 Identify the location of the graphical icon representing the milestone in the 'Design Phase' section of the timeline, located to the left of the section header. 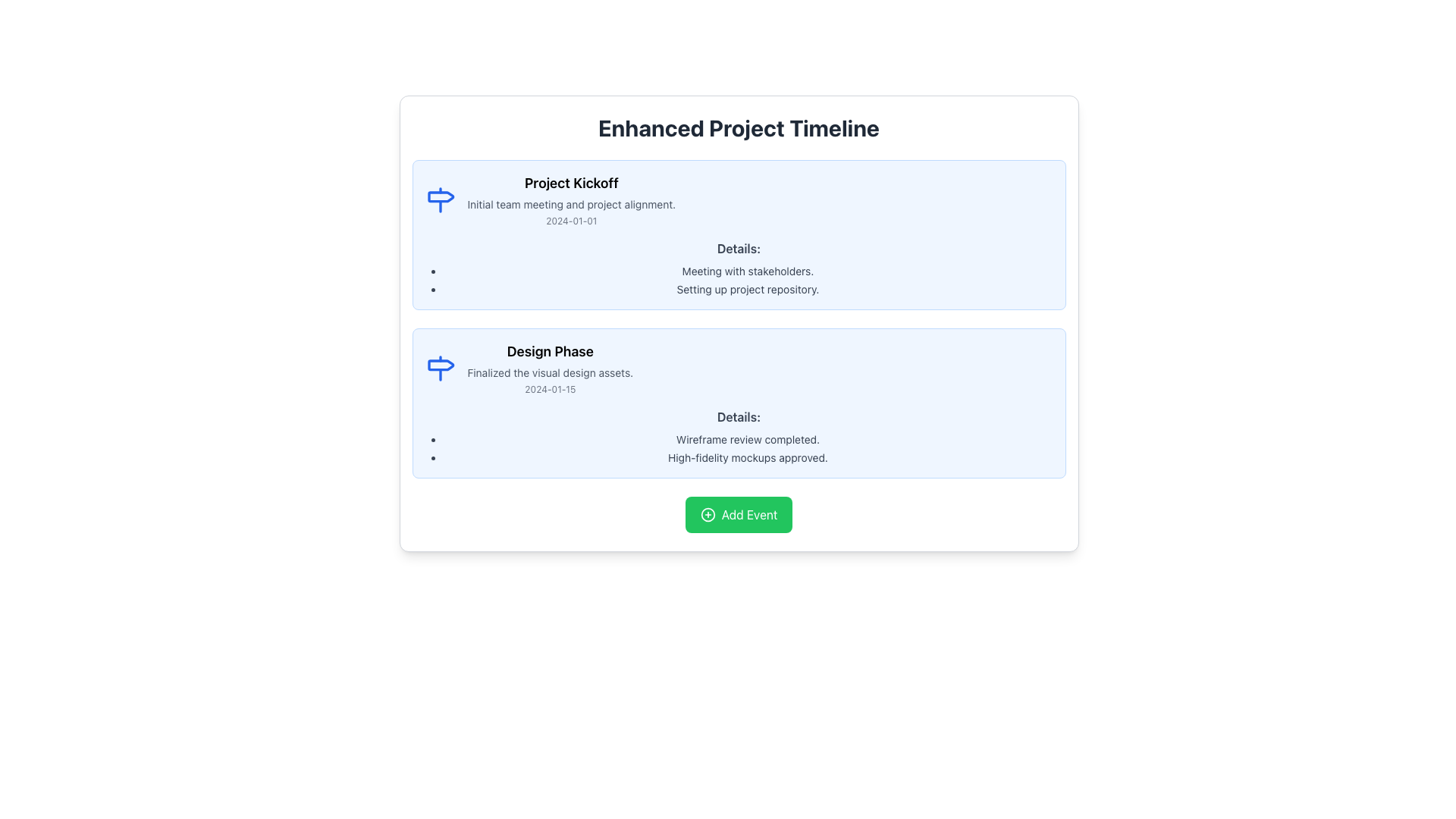
(440, 365).